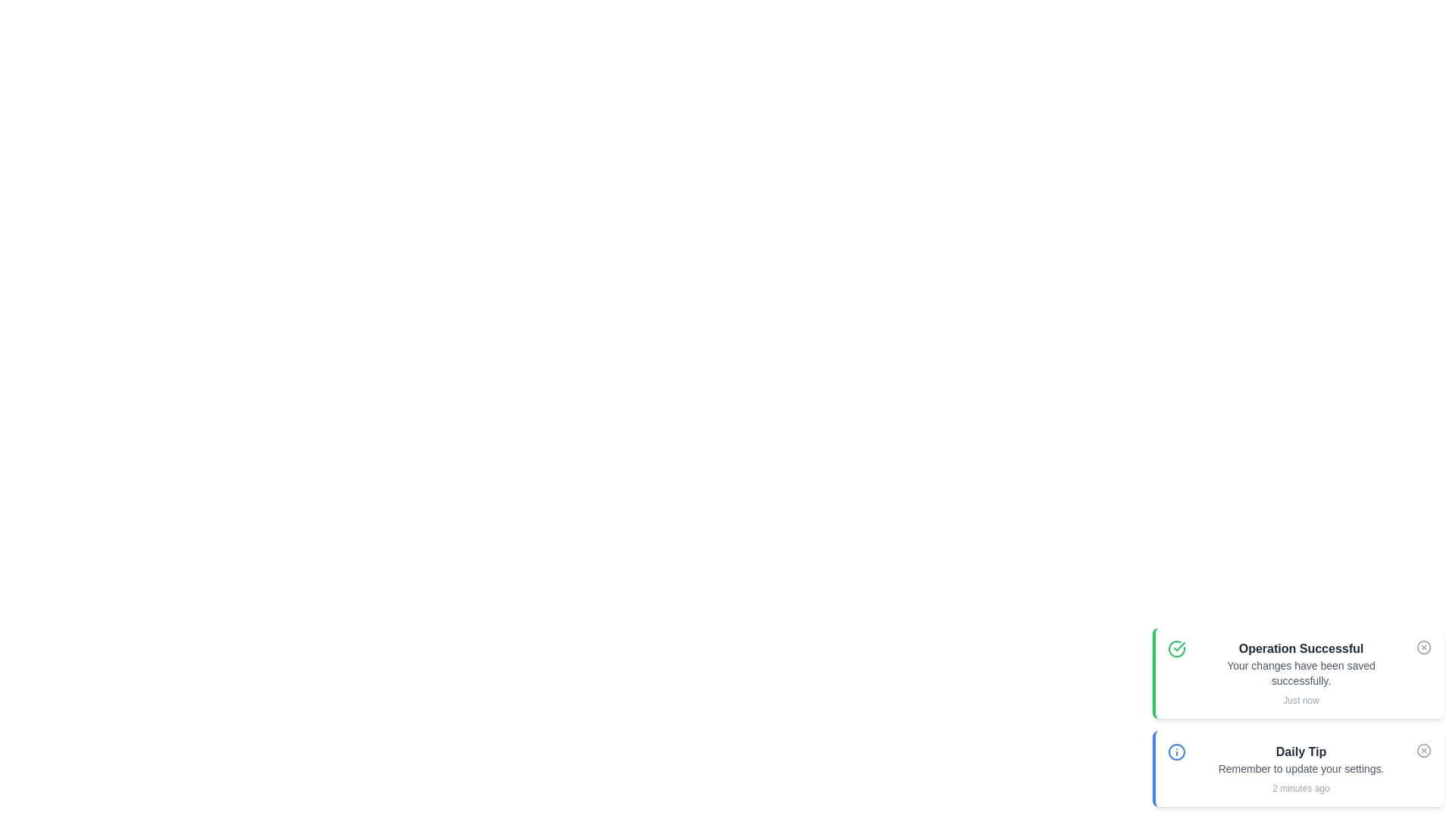 This screenshot has width=1456, height=819. I want to click on the dismiss button located at the top-right corner of the notification box that contains the text 'Operation Successful', so click(1423, 647).